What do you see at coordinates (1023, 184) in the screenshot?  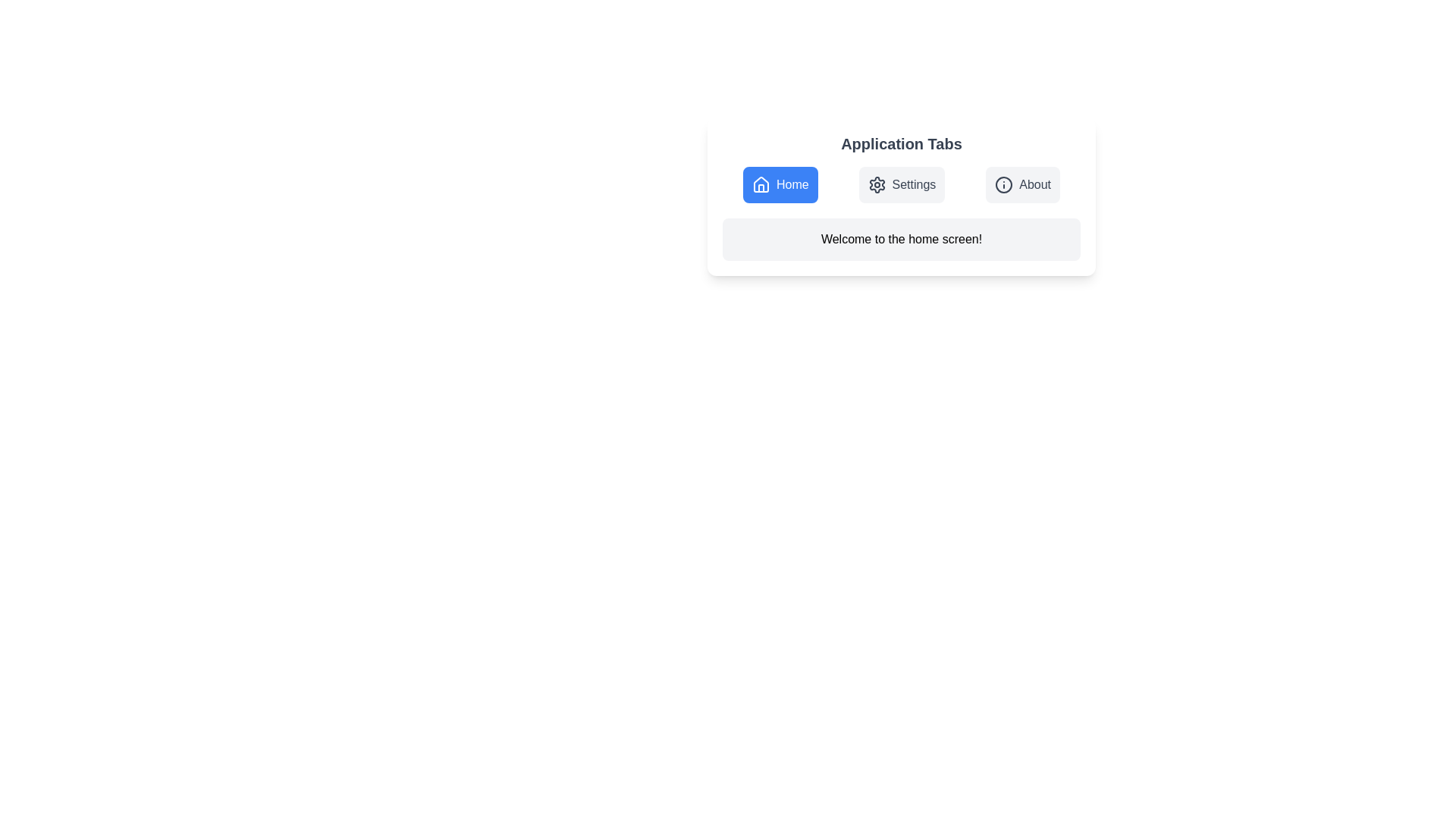 I see `the tab About to change the displayed content` at bounding box center [1023, 184].